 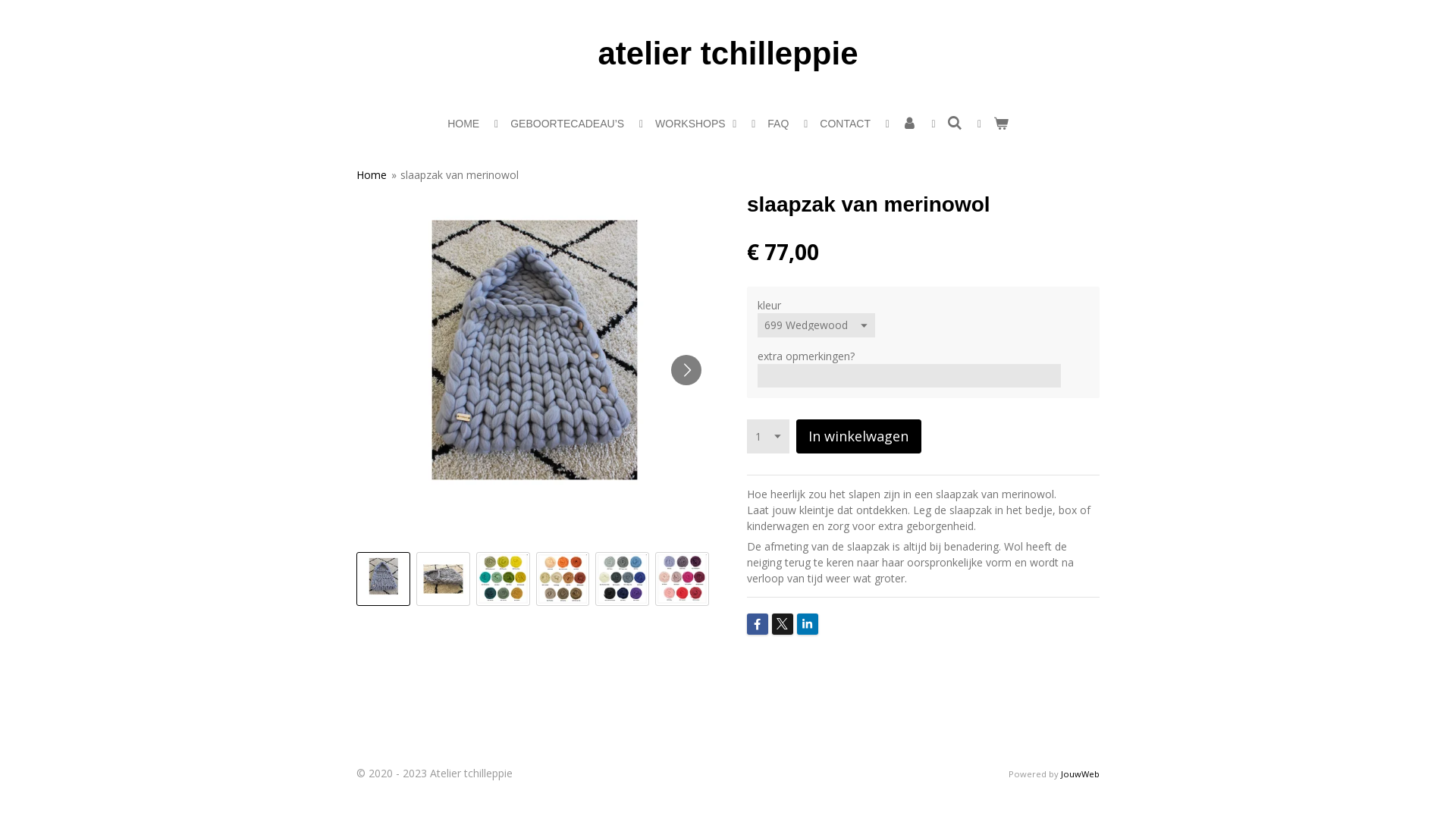 What do you see at coordinates (759, 123) in the screenshot?
I see `'FAQ'` at bounding box center [759, 123].